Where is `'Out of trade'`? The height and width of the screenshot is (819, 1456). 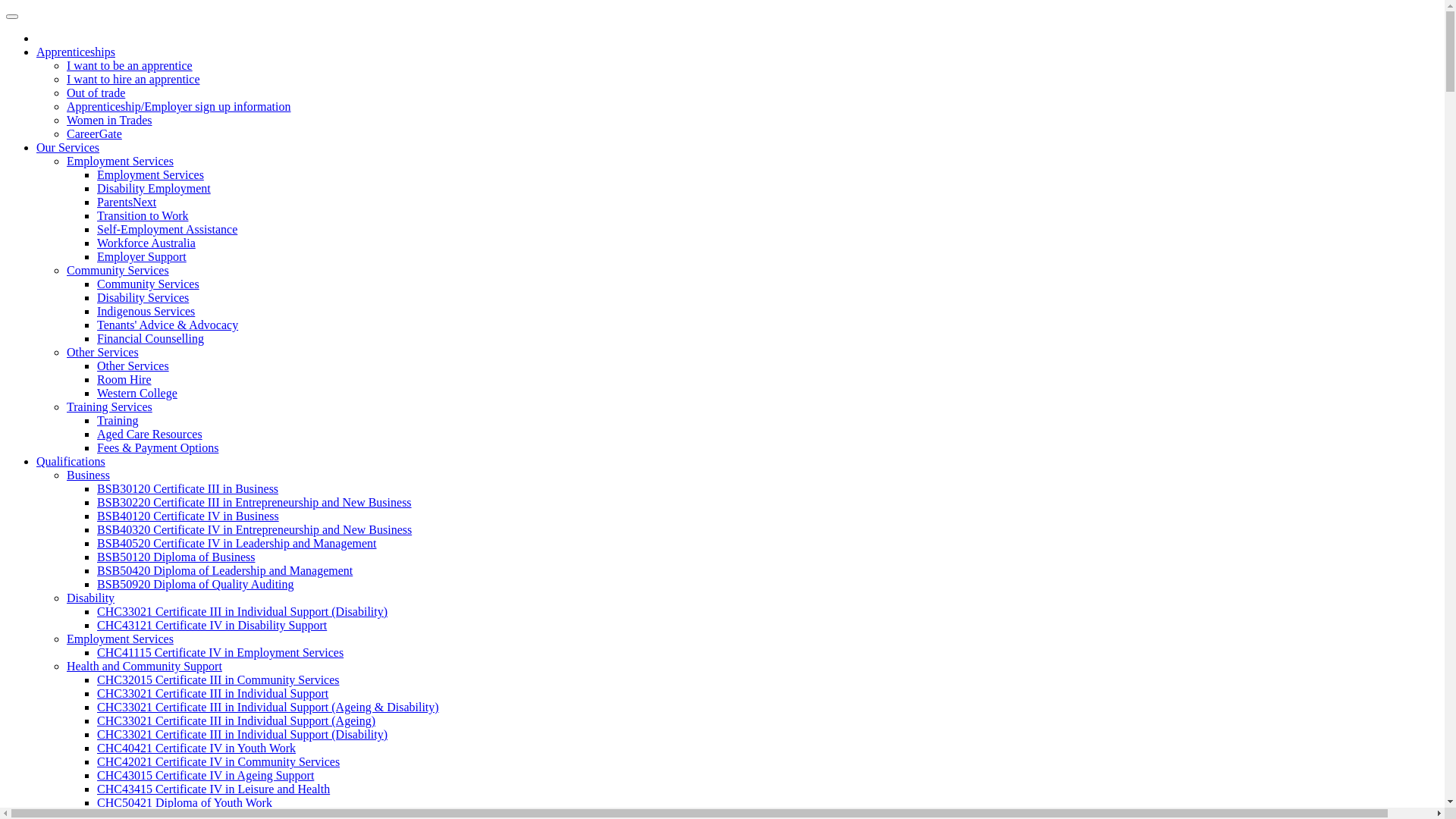
'Out of trade' is located at coordinates (95, 93).